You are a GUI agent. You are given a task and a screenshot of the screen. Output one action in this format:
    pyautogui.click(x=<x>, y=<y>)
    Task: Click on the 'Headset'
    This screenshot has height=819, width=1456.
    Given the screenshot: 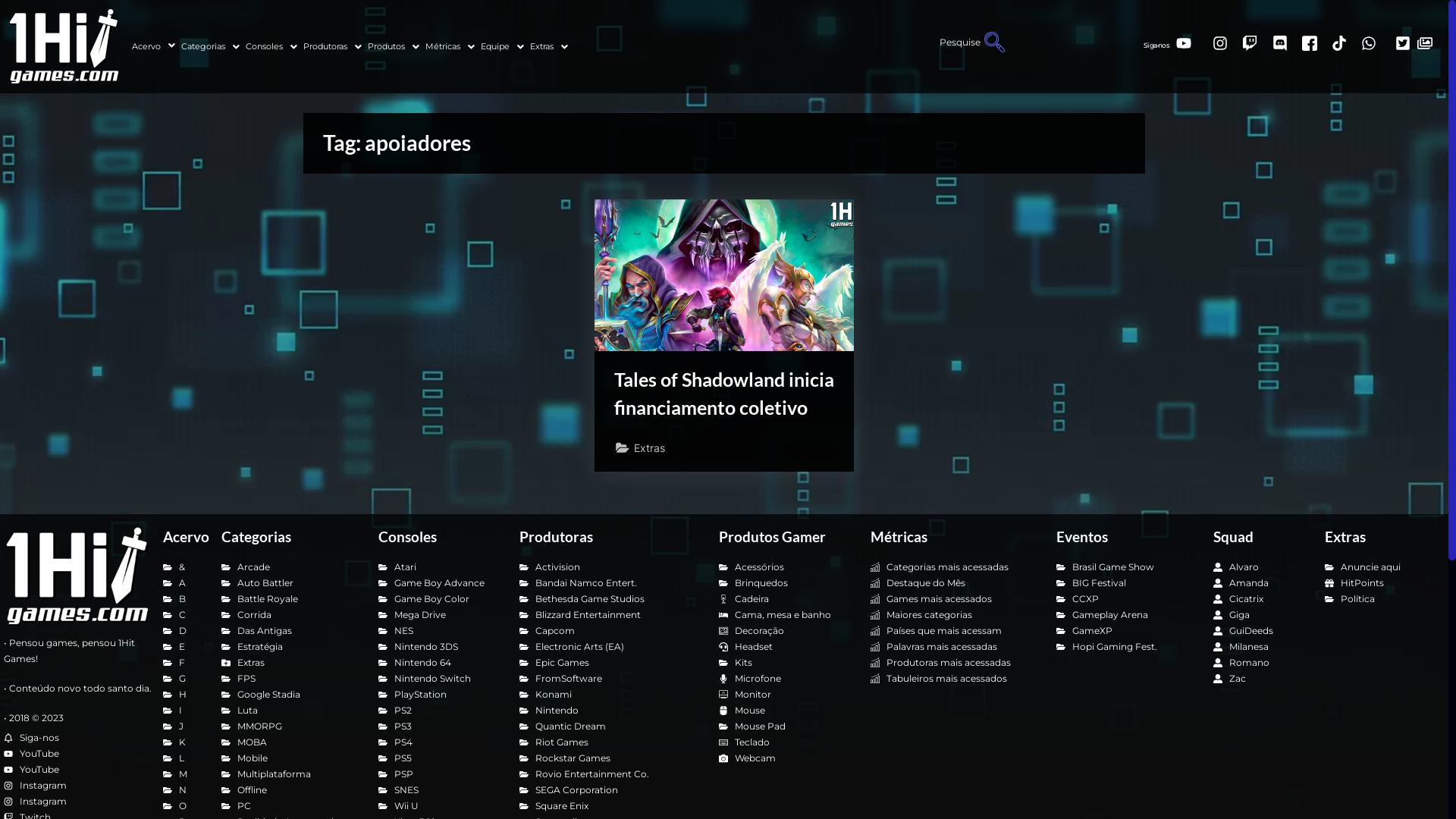 What is the action you would take?
    pyautogui.click(x=787, y=646)
    